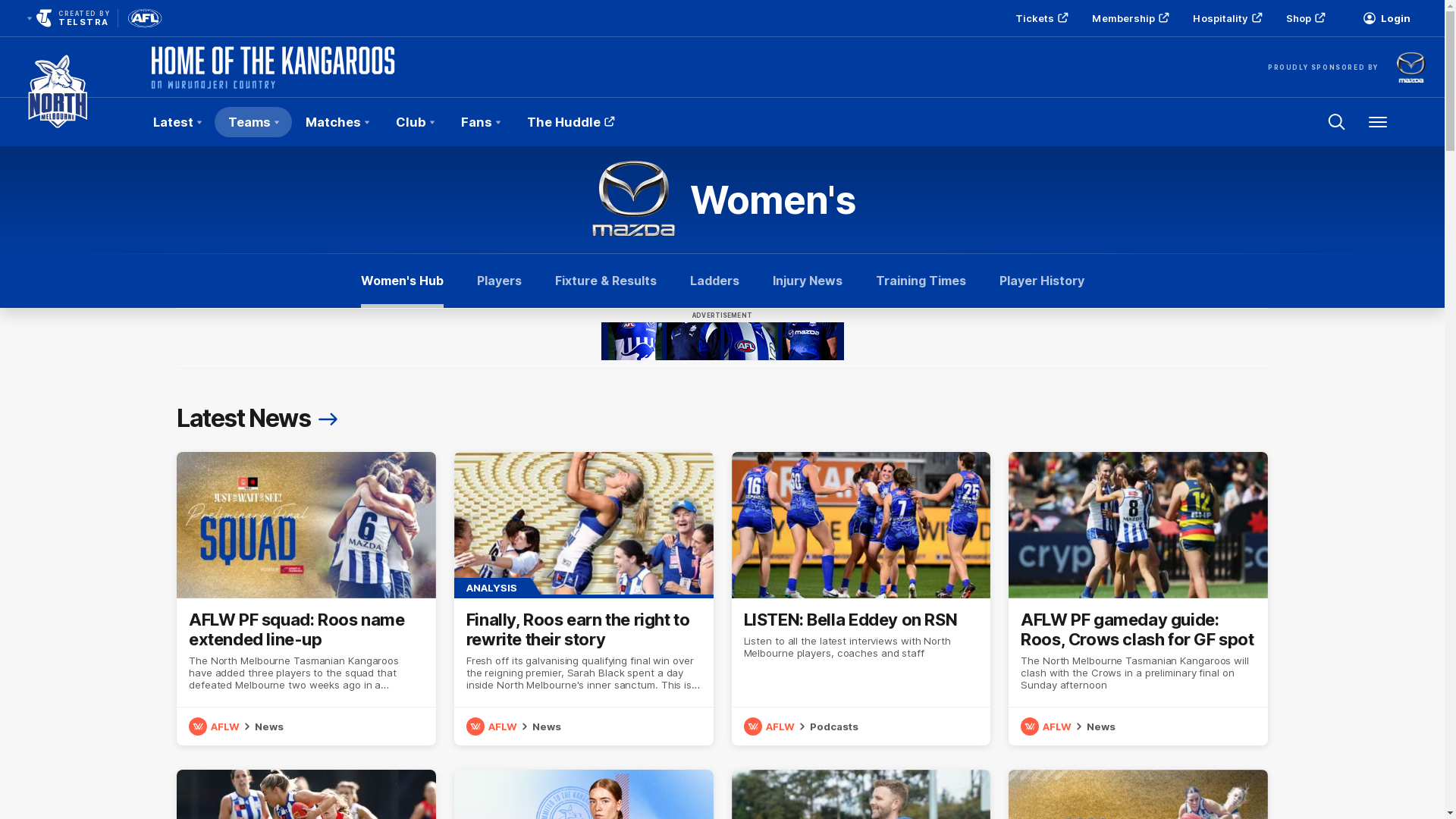 The height and width of the screenshot is (819, 1456). Describe the element at coordinates (1378, 121) in the screenshot. I see `'Menu'` at that location.